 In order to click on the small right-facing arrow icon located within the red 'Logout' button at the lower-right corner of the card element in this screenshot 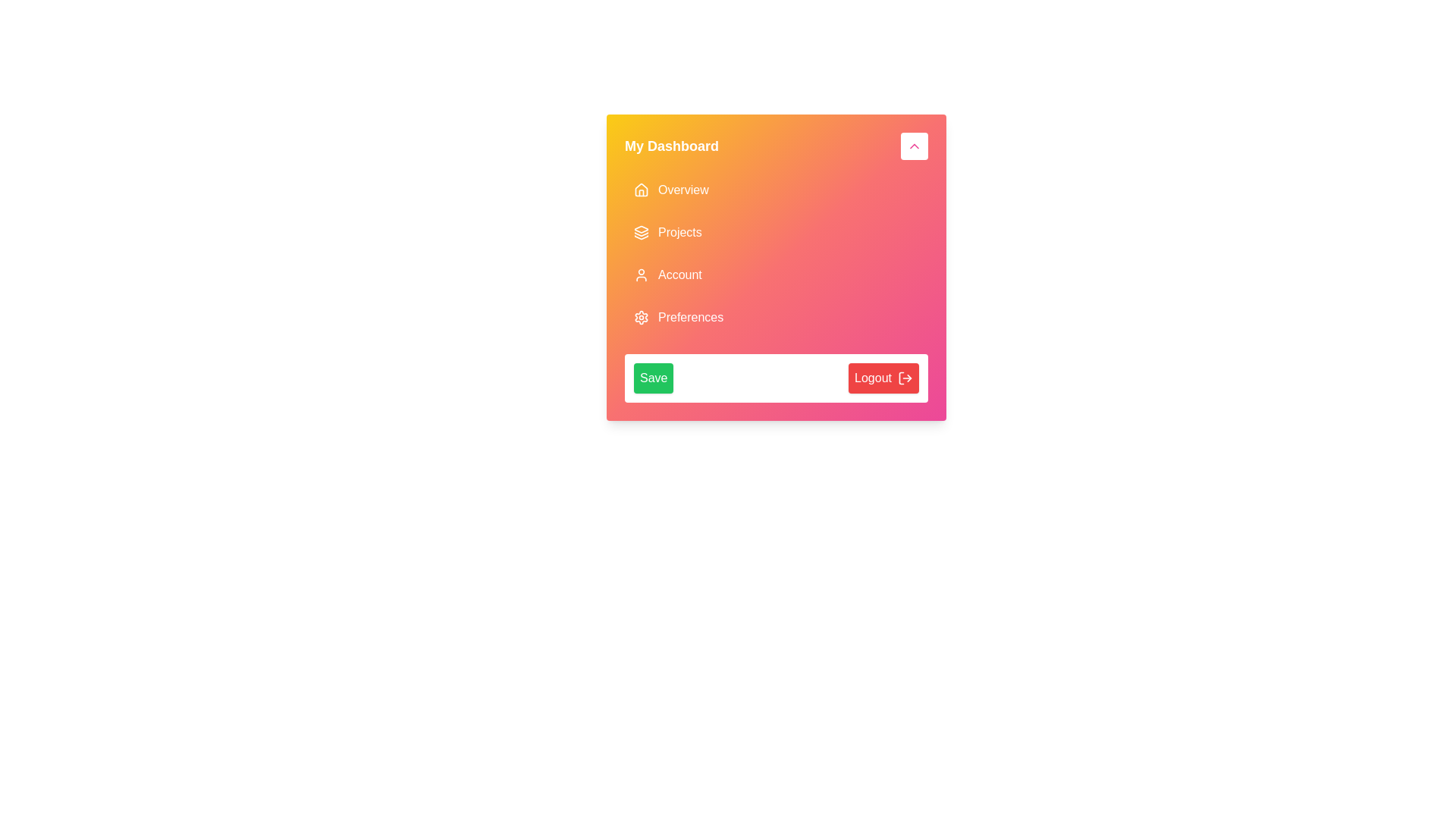, I will do `click(905, 377)`.